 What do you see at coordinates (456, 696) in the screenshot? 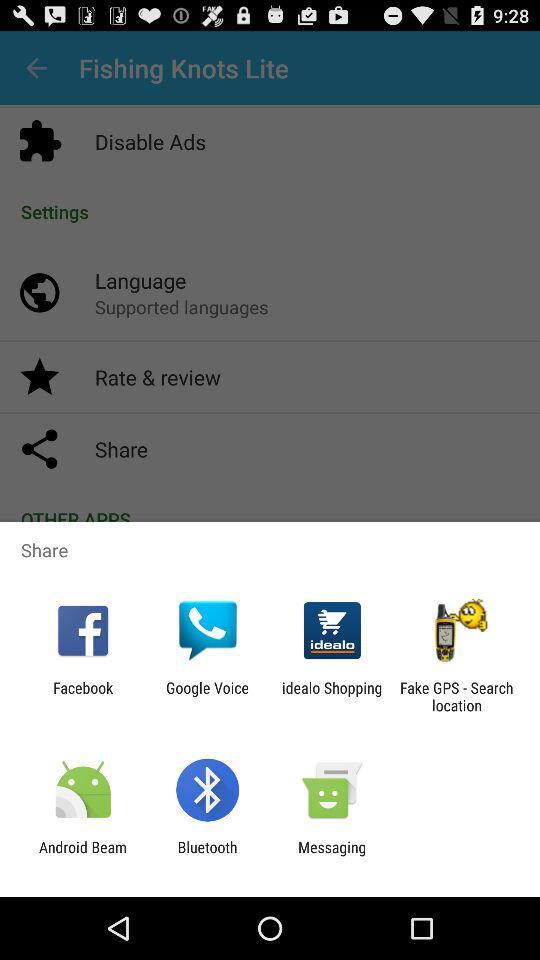
I see `icon next to the idealo shopping` at bounding box center [456, 696].